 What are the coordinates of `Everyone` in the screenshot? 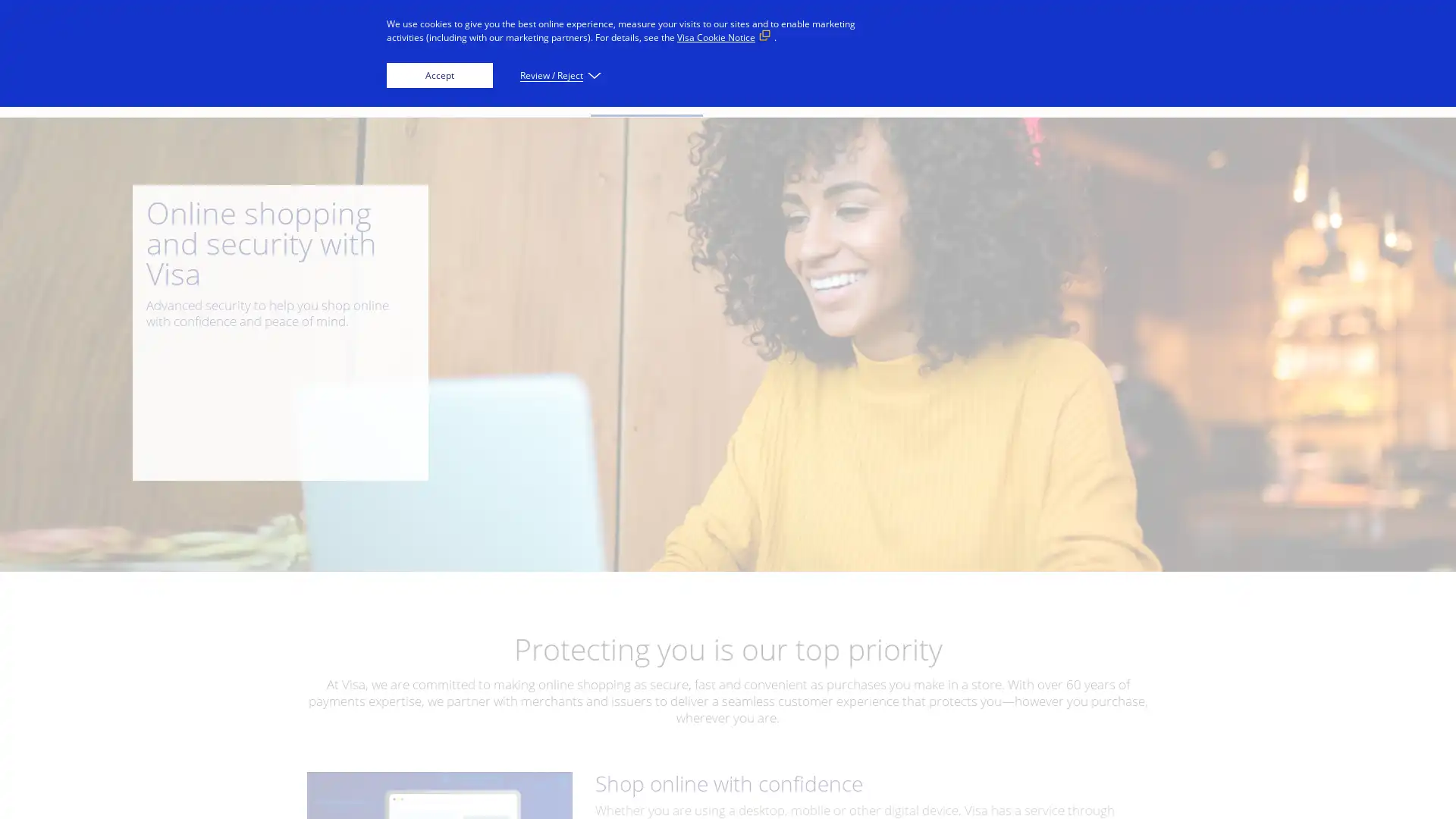 It's located at (928, 40).